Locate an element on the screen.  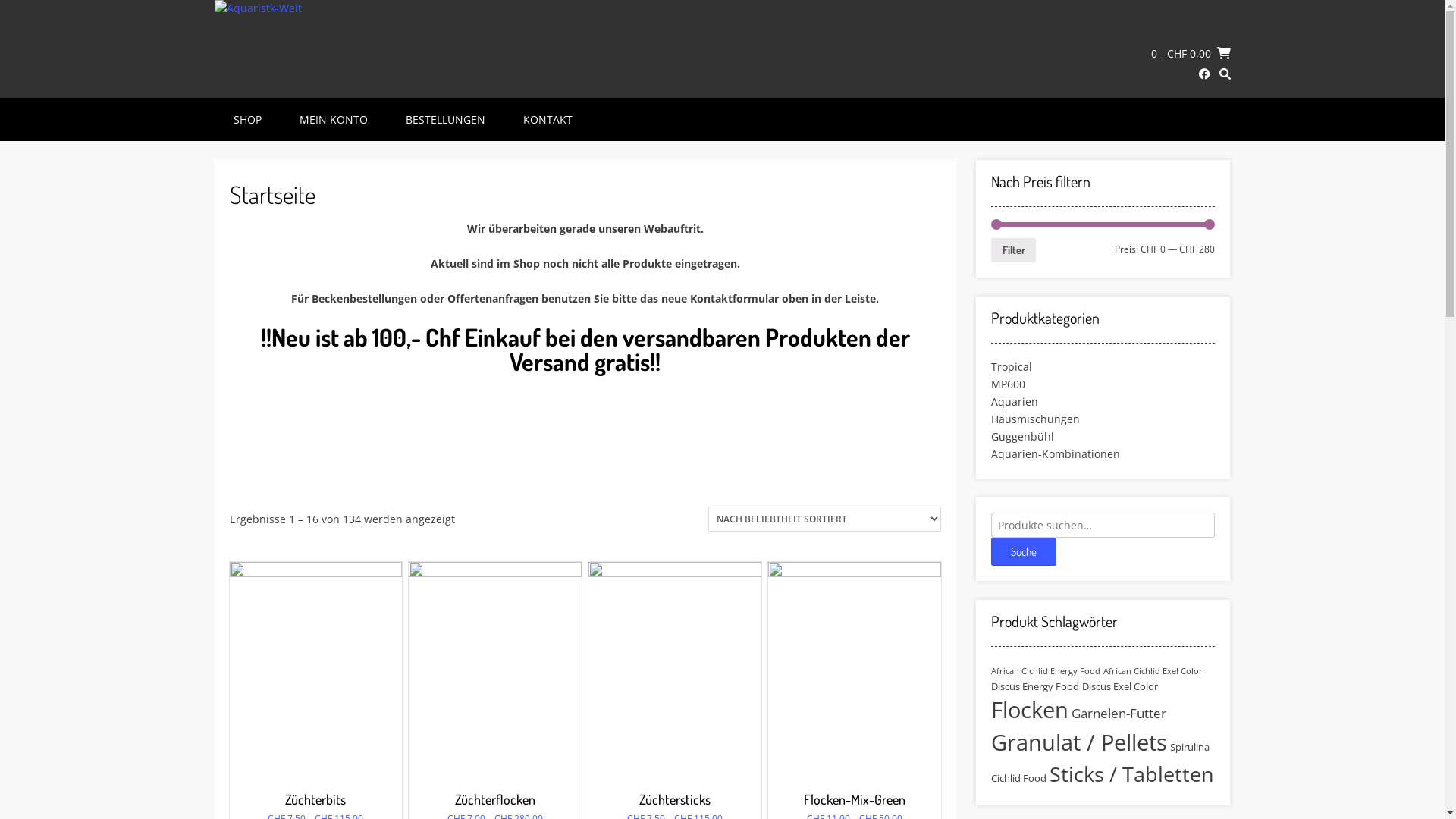
'Aquarien-Kombinationen' is located at coordinates (1055, 452).